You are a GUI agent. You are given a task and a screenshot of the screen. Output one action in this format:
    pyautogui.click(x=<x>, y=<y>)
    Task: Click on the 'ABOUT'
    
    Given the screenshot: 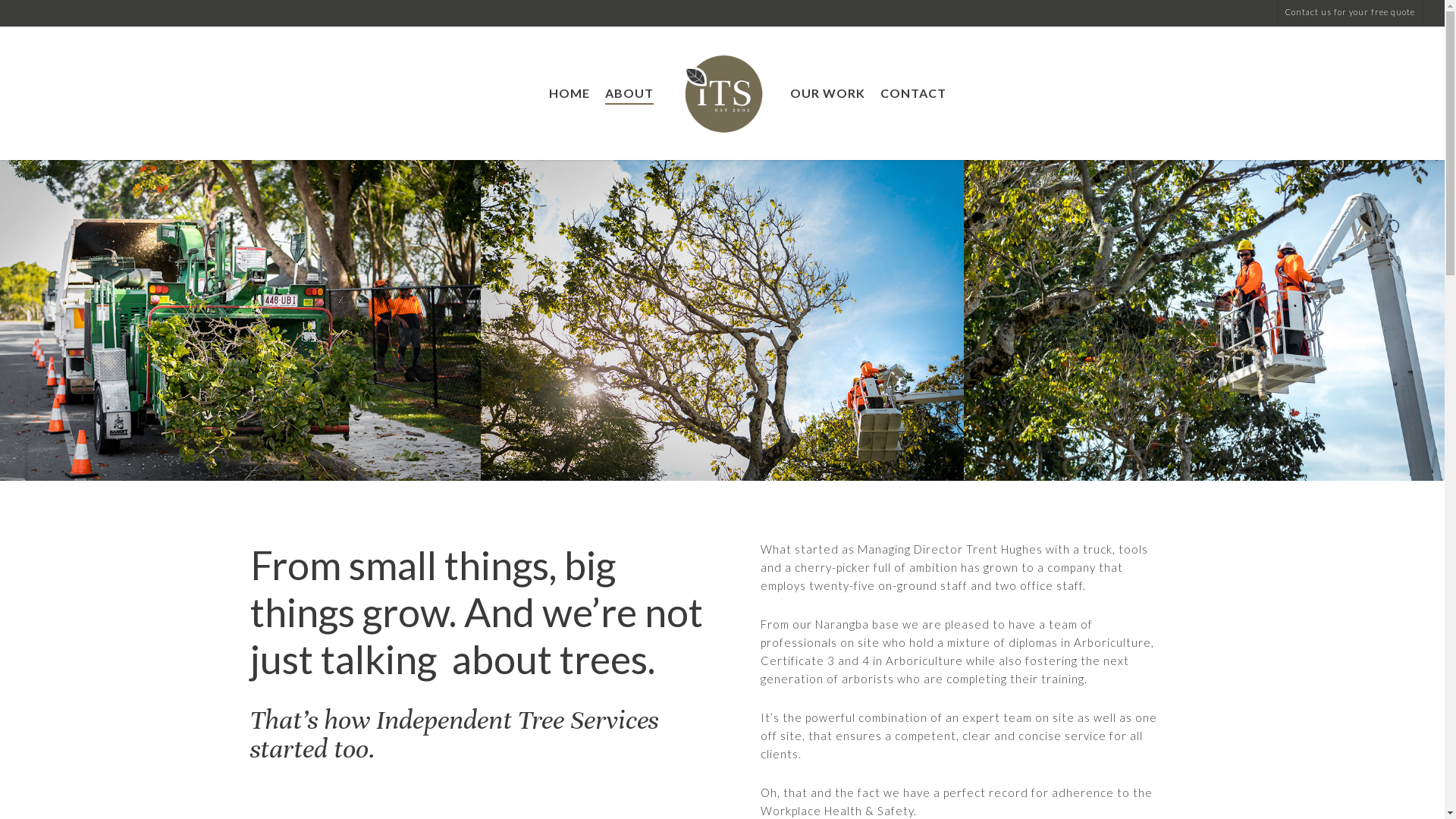 What is the action you would take?
    pyautogui.click(x=629, y=93)
    